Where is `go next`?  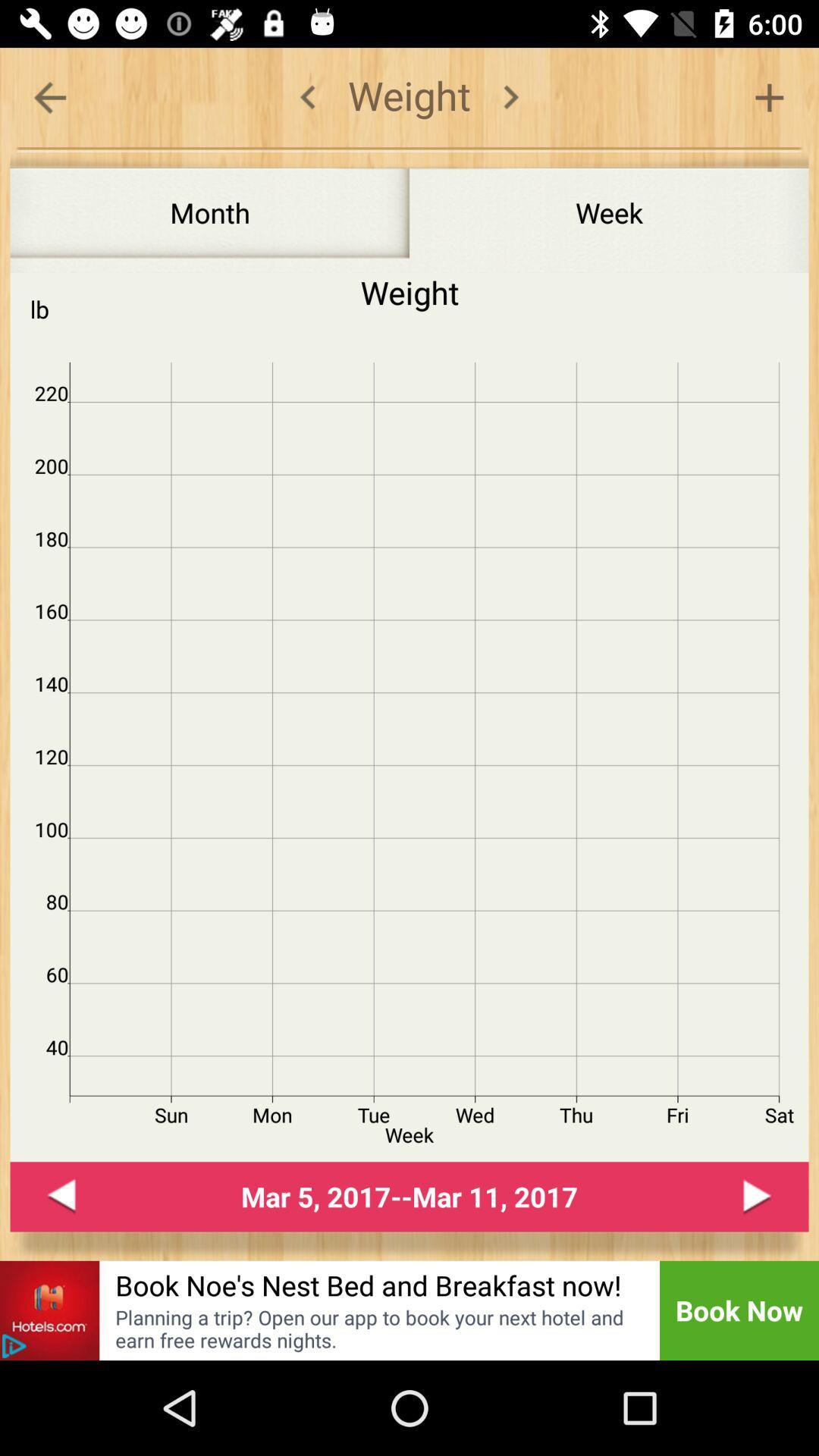 go next is located at coordinates (758, 1196).